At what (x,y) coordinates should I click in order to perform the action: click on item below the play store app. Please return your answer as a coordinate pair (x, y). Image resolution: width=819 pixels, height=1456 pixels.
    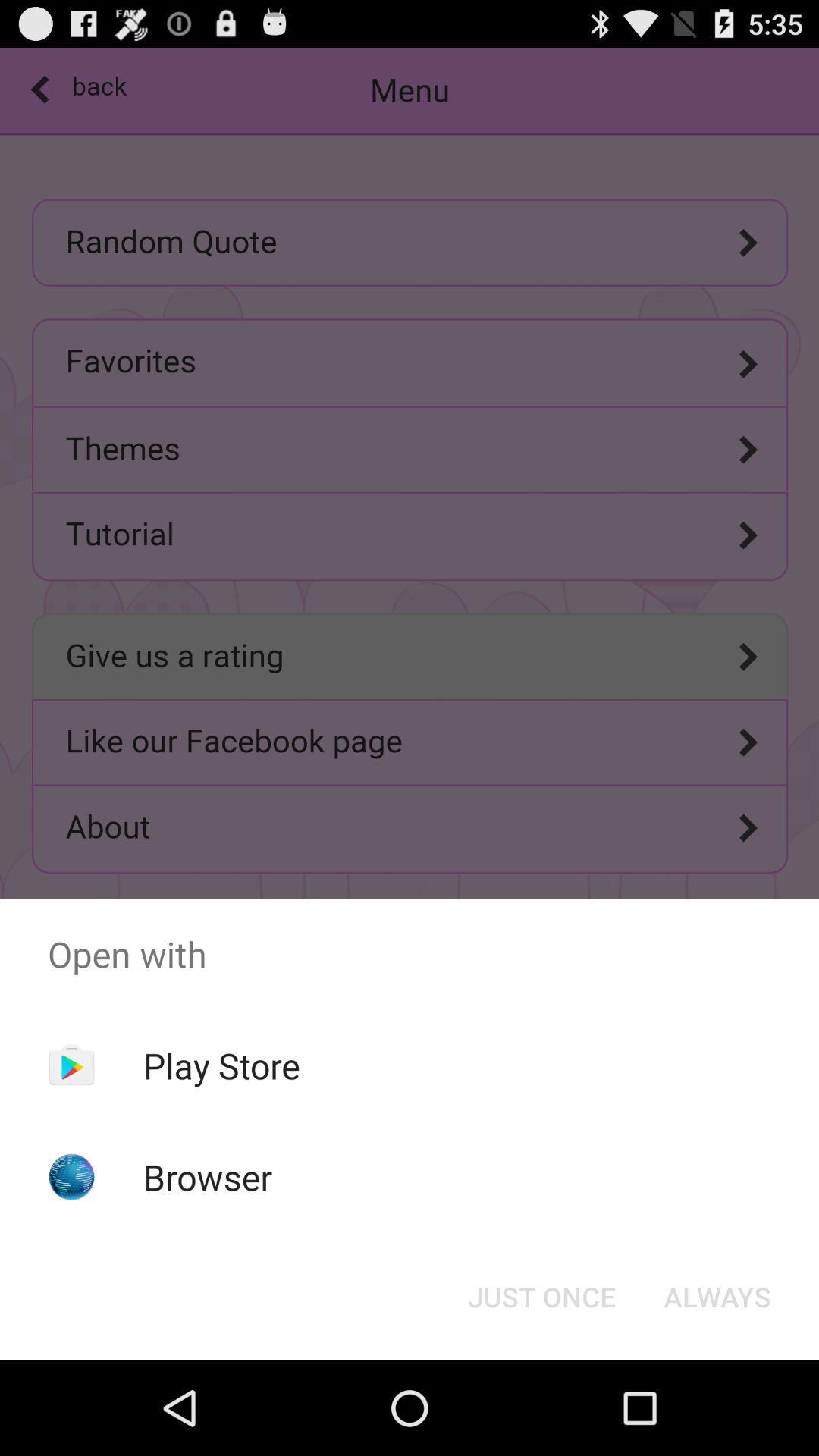
    Looking at the image, I should click on (208, 1176).